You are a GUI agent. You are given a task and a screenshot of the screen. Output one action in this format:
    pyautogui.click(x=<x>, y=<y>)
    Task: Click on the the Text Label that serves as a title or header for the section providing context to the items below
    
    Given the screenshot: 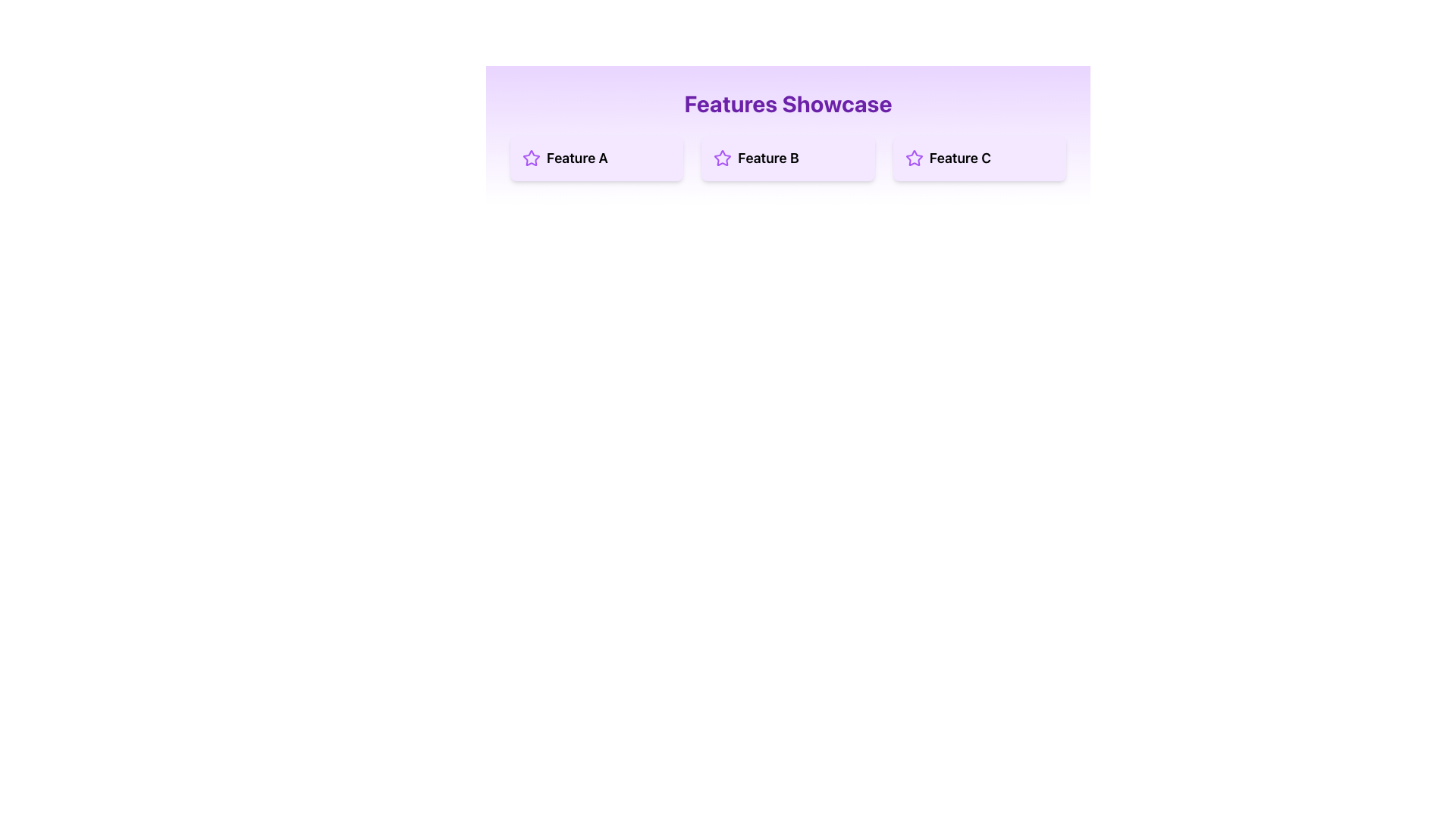 What is the action you would take?
    pyautogui.click(x=788, y=103)
    